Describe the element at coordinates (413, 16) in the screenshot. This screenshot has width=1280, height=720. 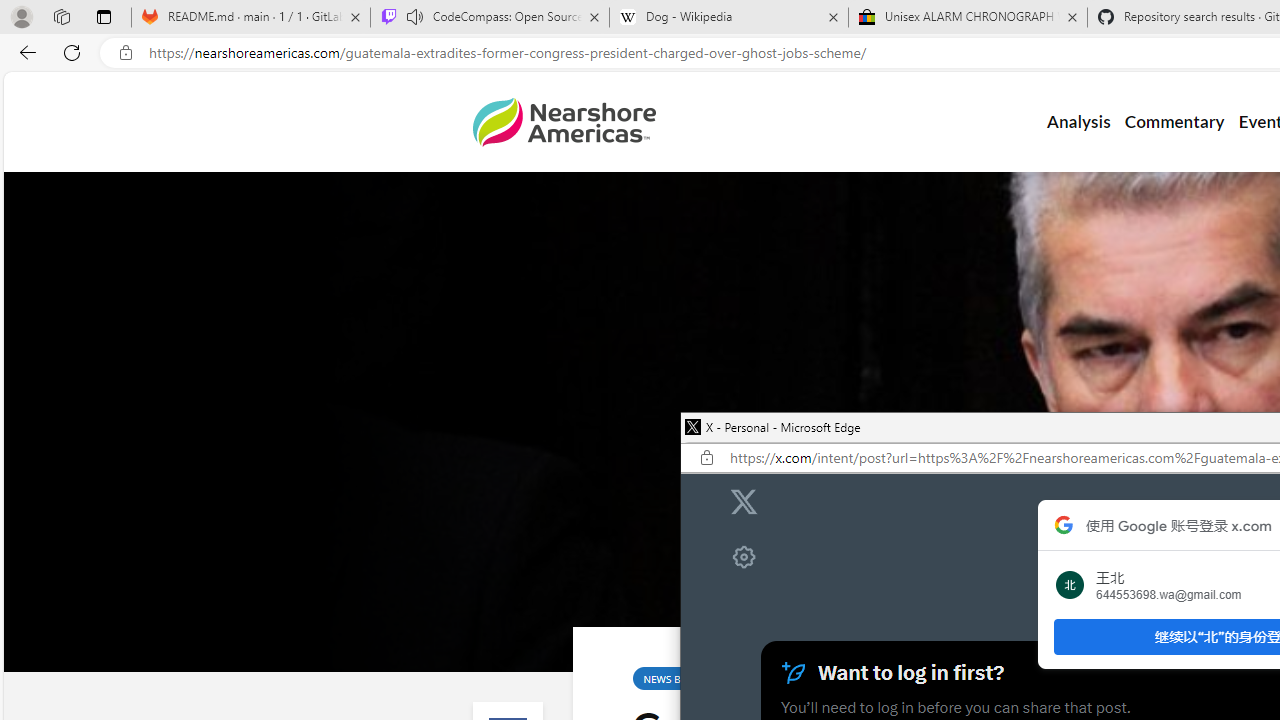
I see `'Mute tab'` at that location.